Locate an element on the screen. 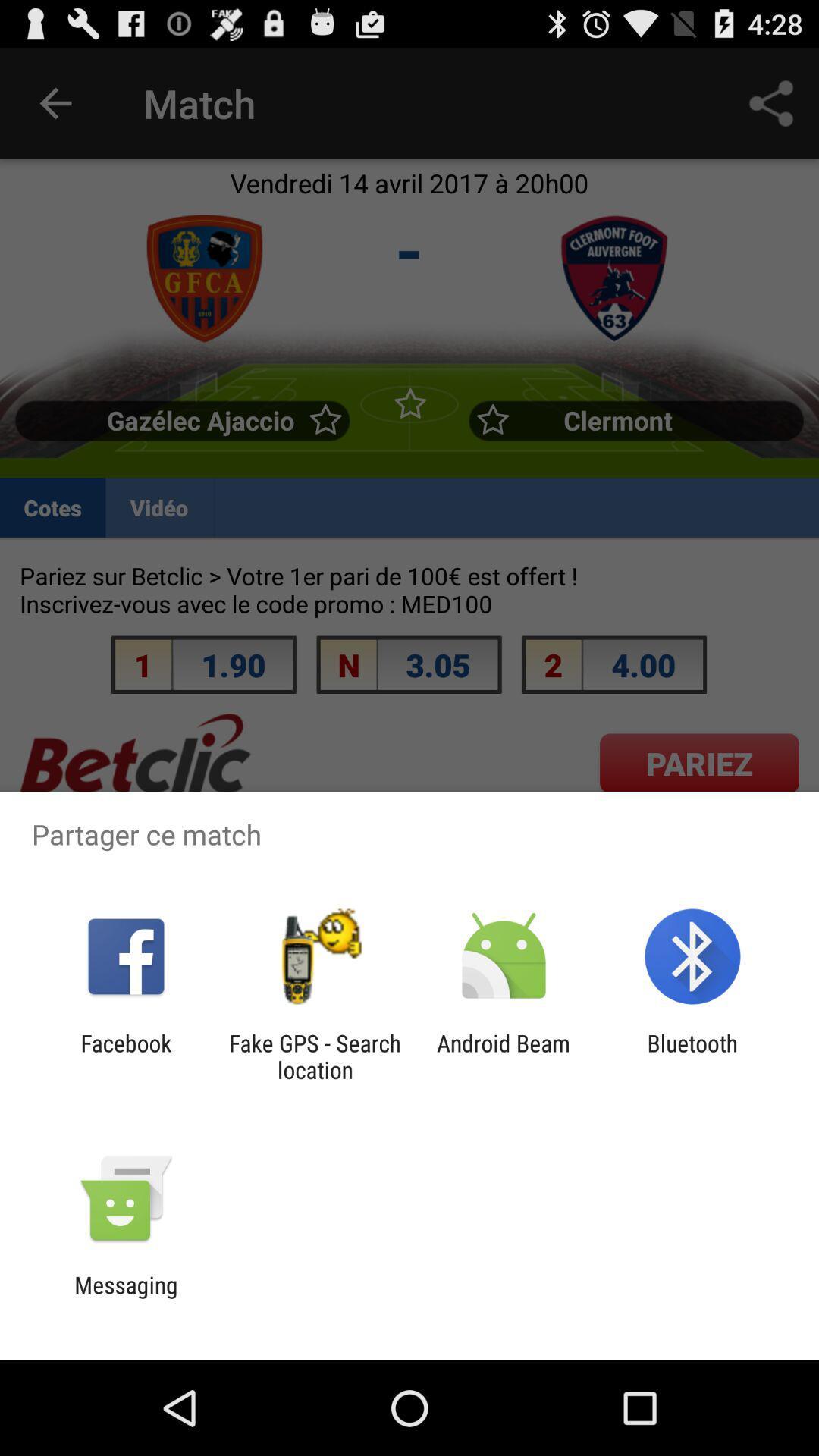 This screenshot has width=819, height=1456. messaging is located at coordinates (125, 1298).